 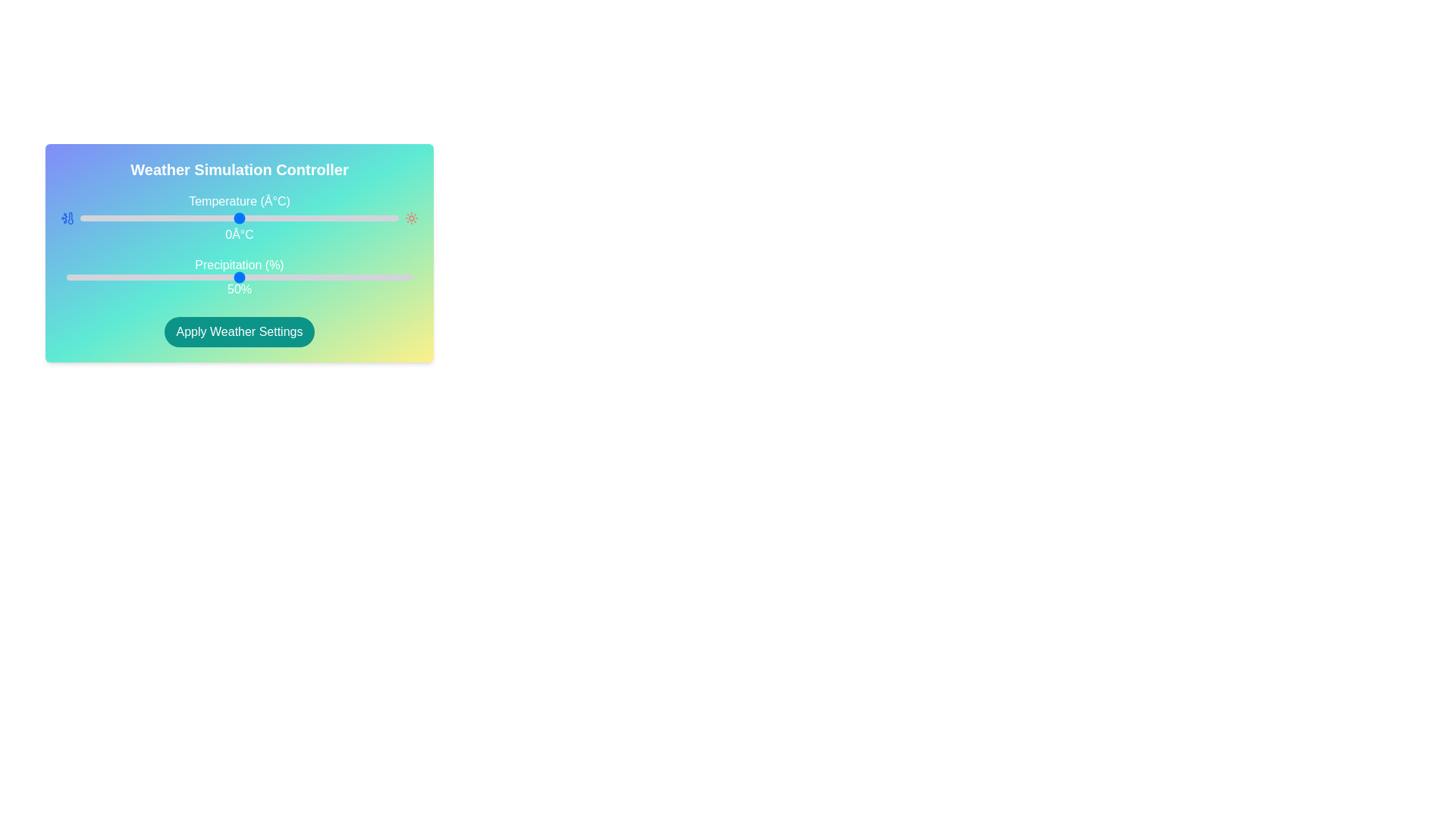 I want to click on the temperature slider to 28°C, so click(x=328, y=218).